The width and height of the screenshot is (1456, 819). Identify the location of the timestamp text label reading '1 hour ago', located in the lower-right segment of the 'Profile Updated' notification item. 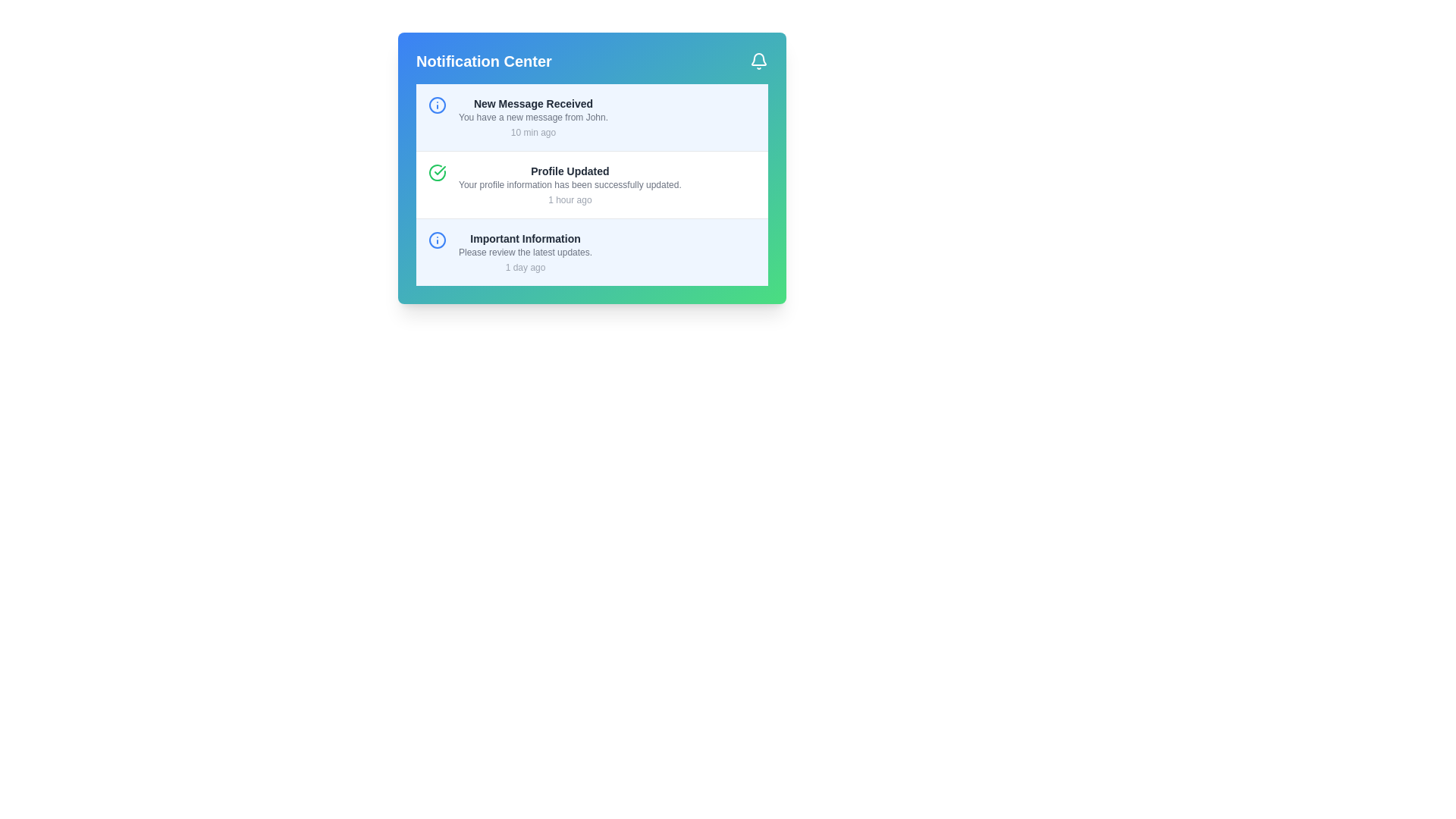
(569, 199).